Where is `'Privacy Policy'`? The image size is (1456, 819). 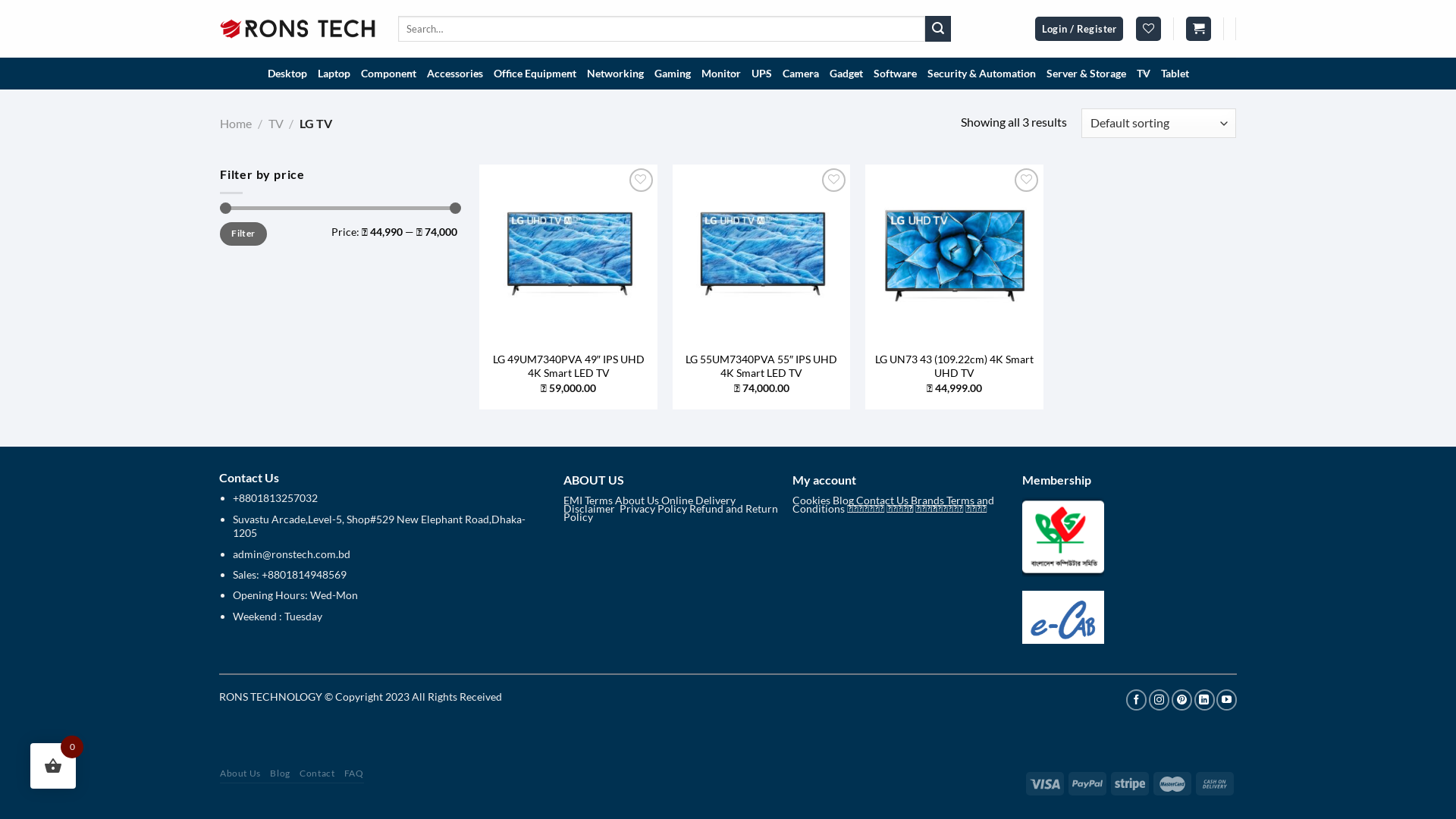
'Privacy Policy' is located at coordinates (619, 508).